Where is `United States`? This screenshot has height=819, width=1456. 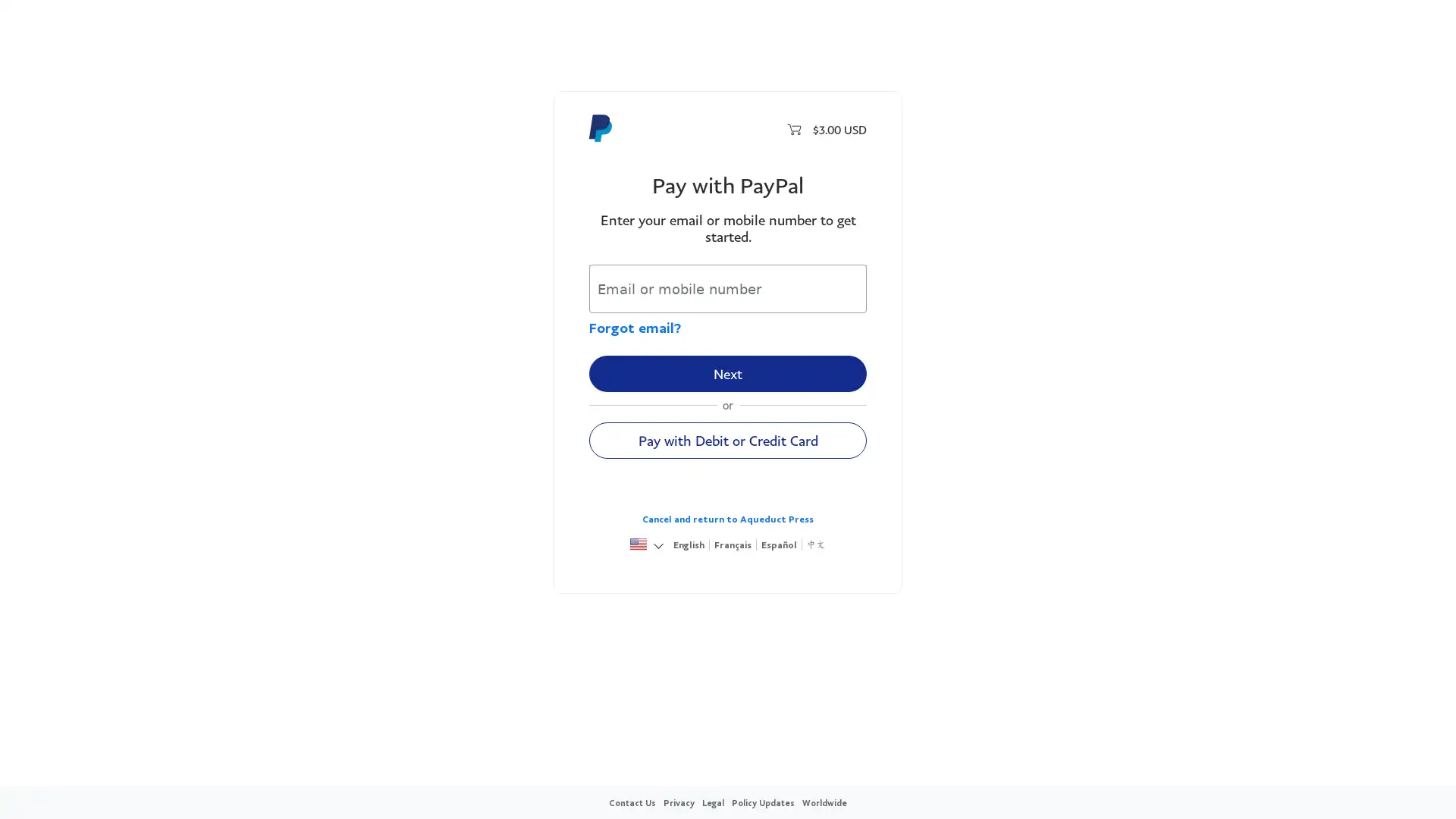
United States is located at coordinates (638, 546).